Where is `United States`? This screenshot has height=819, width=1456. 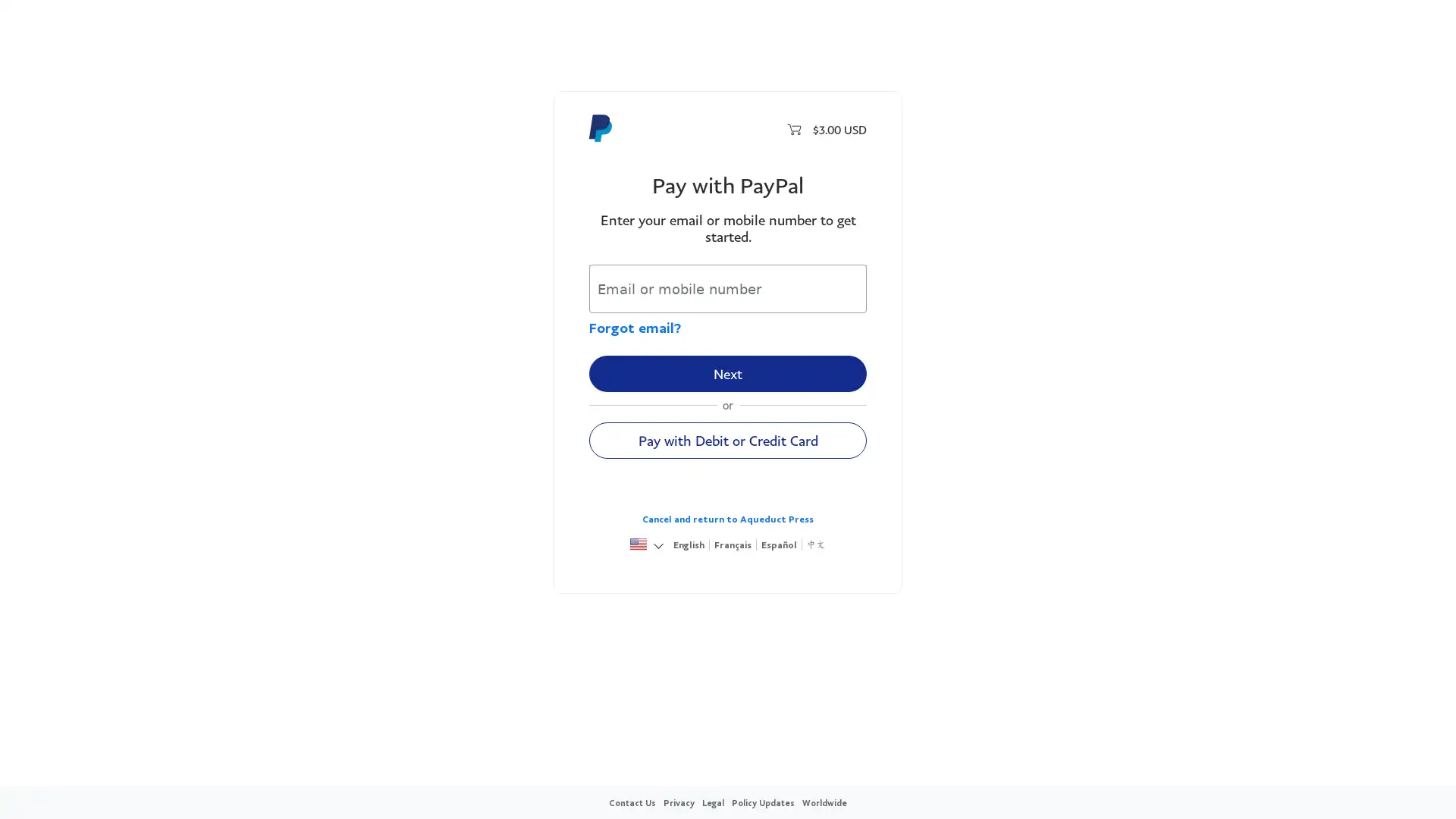
United States is located at coordinates (638, 546).